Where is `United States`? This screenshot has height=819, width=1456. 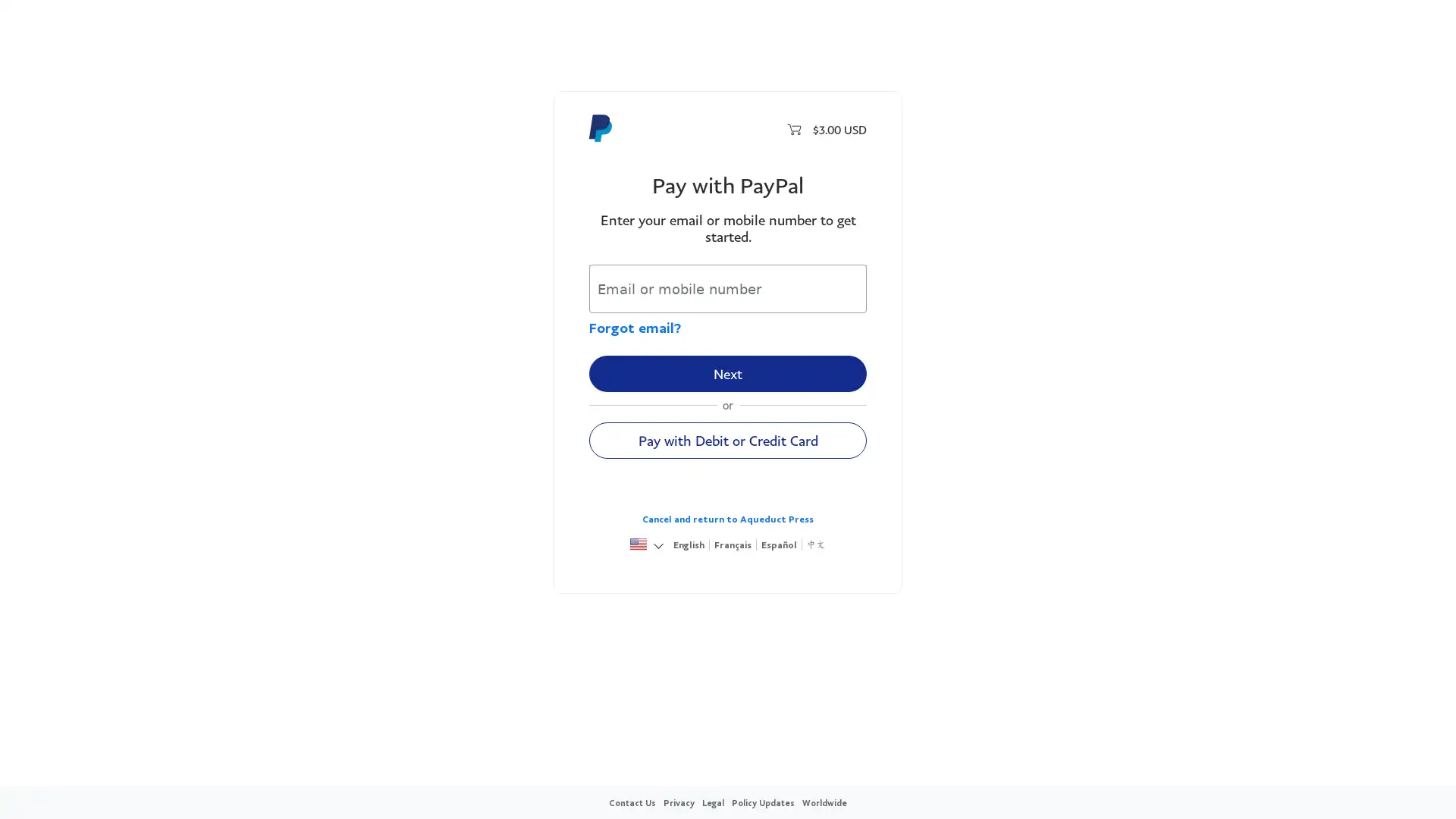
United States is located at coordinates (638, 546).